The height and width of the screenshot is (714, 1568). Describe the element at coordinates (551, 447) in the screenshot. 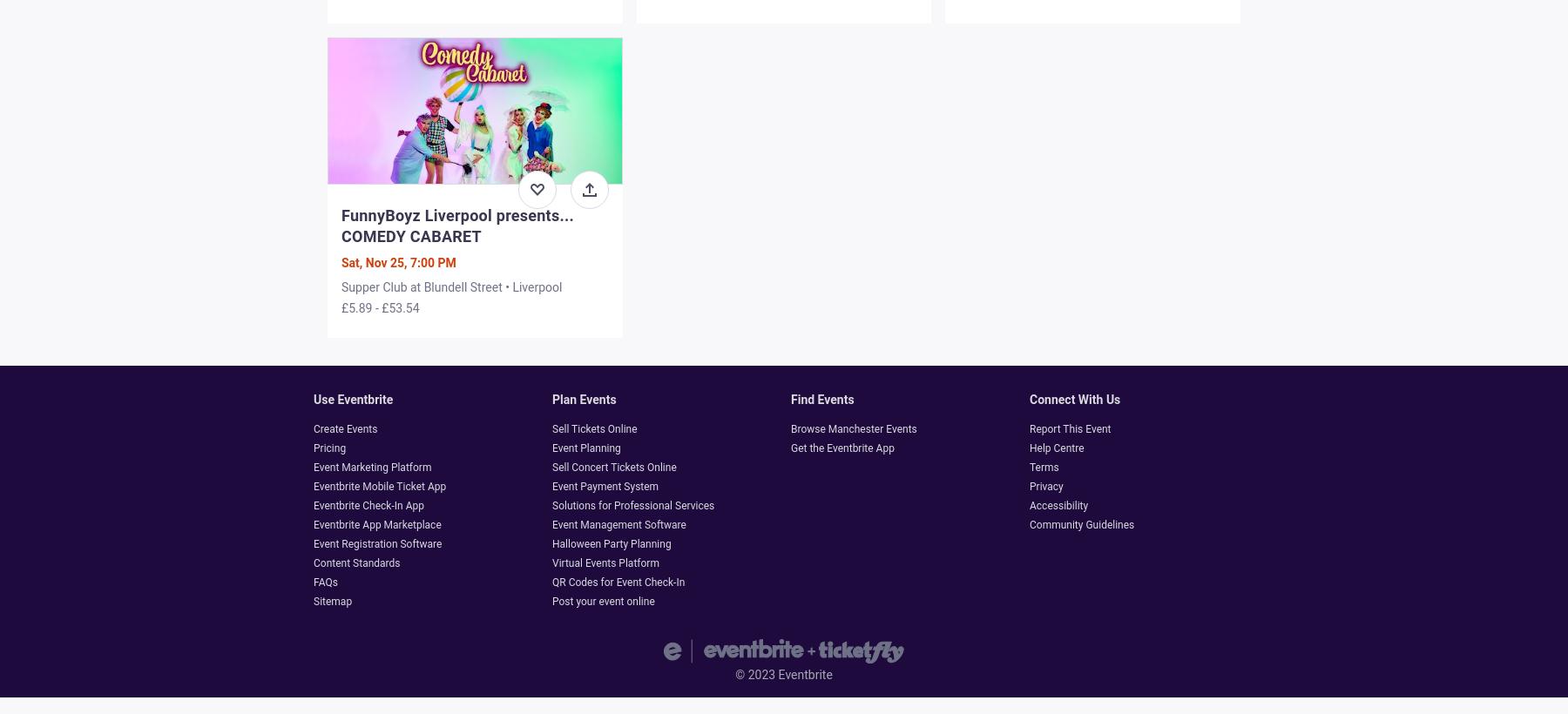

I see `'Event Planning'` at that location.